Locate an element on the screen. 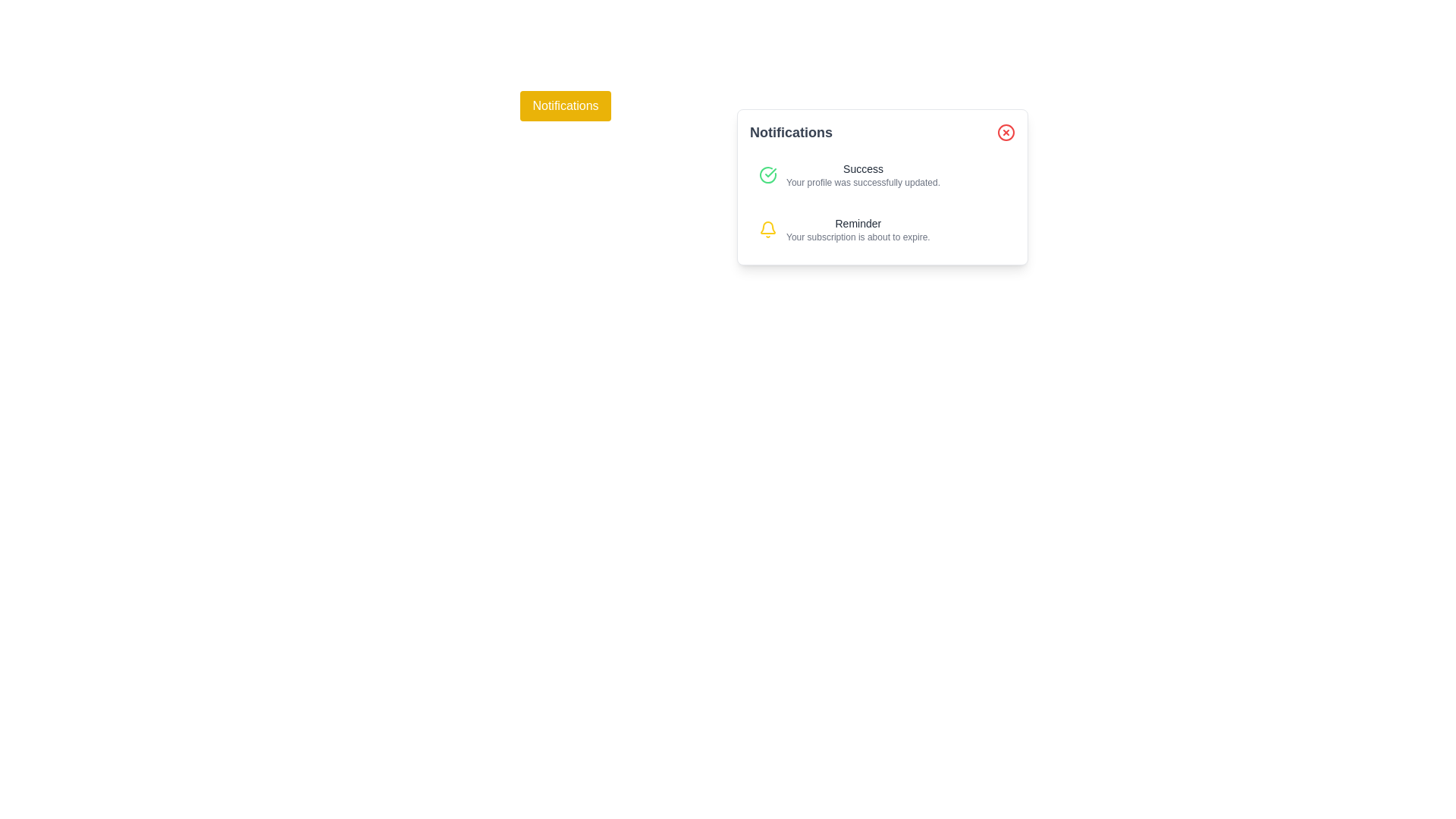 This screenshot has height=819, width=1456. the text block displaying 'Success' and 'Your profile was successfully updated.' within the Notifications box is located at coordinates (863, 174).